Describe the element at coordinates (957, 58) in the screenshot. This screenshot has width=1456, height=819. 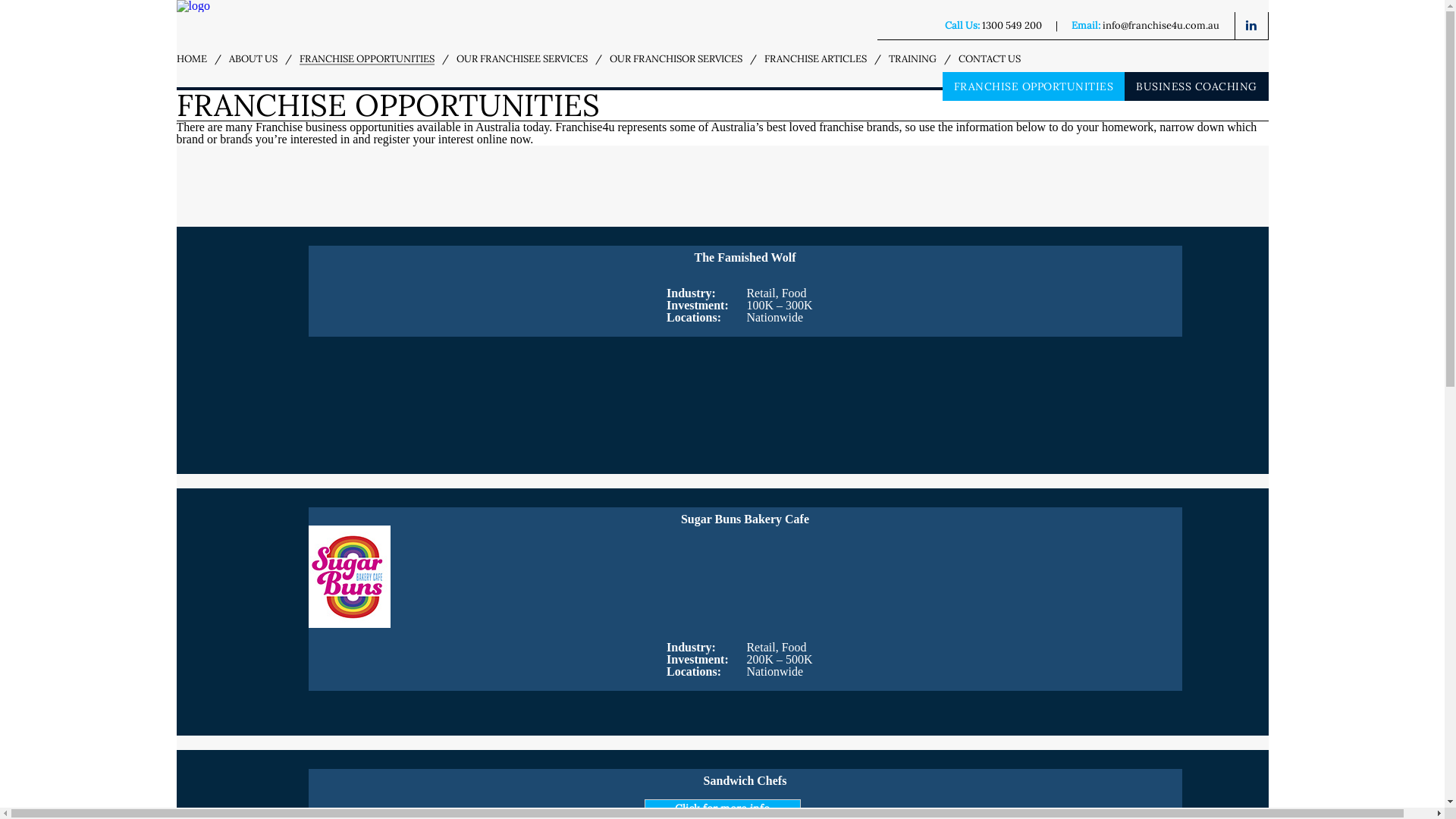
I see `'CONTACT US'` at that location.